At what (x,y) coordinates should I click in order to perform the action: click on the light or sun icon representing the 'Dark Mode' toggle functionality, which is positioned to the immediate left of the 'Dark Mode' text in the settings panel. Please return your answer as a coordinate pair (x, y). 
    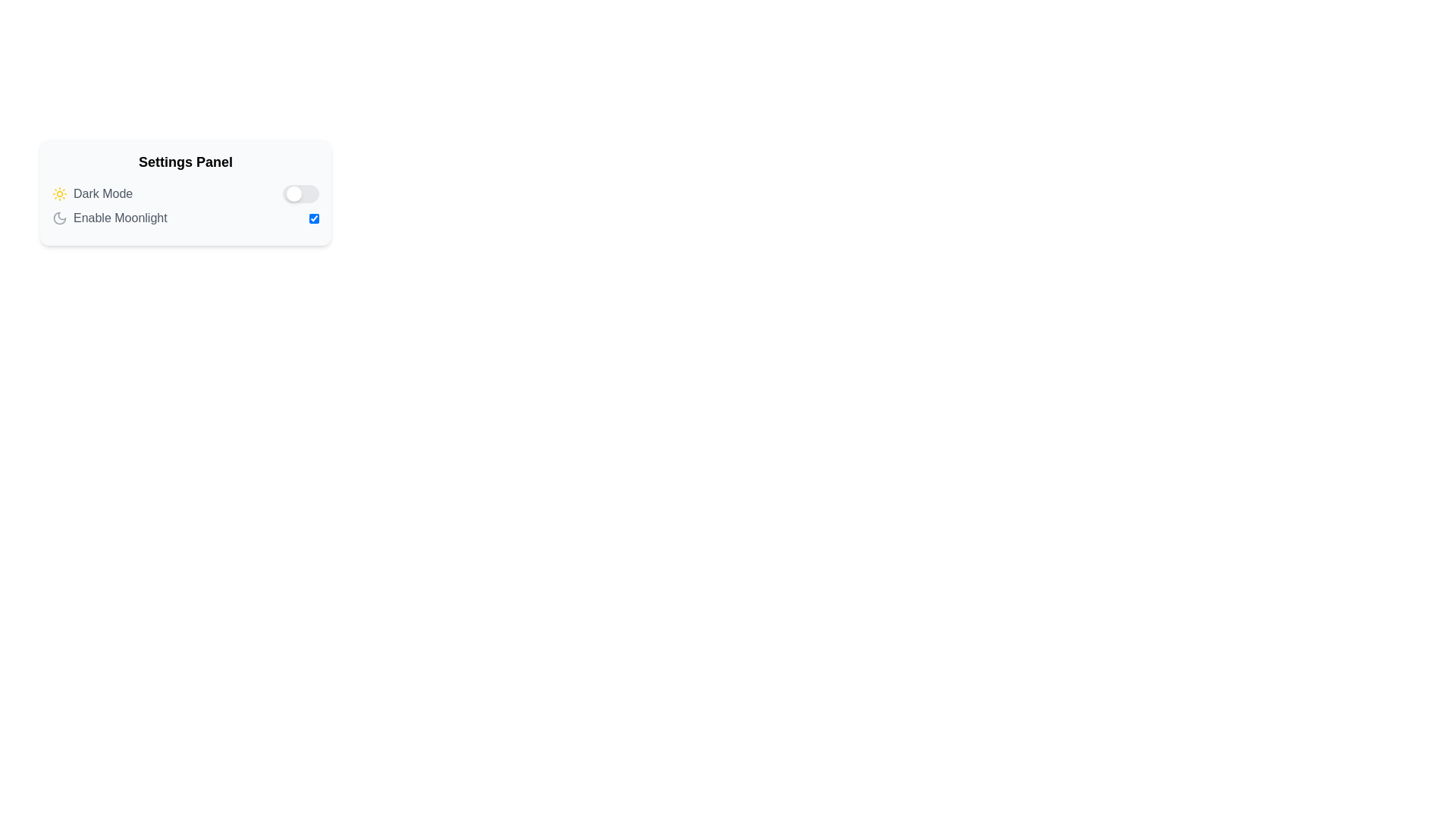
    Looking at the image, I should click on (59, 193).